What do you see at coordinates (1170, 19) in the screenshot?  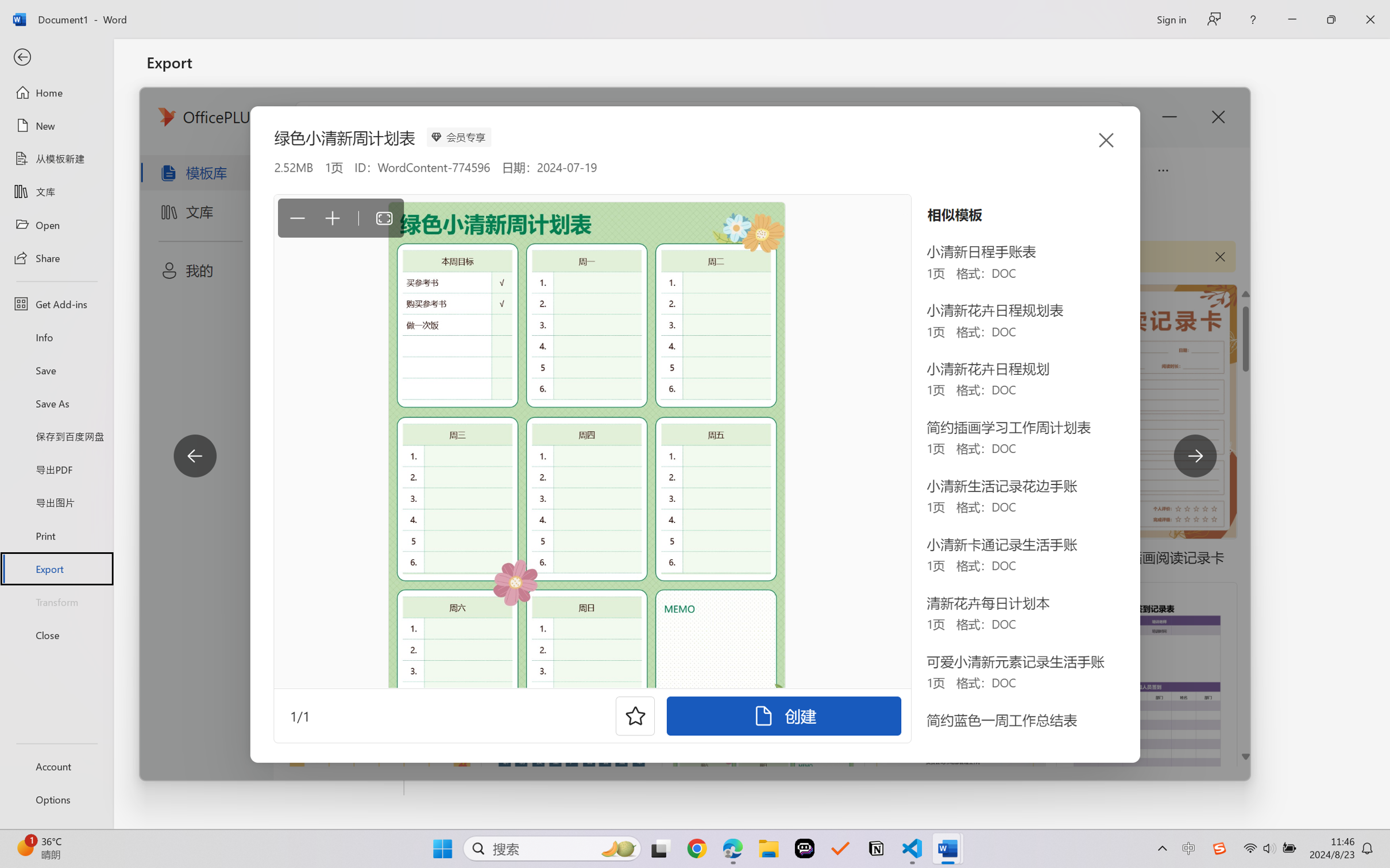 I see `'Sign in'` at bounding box center [1170, 19].